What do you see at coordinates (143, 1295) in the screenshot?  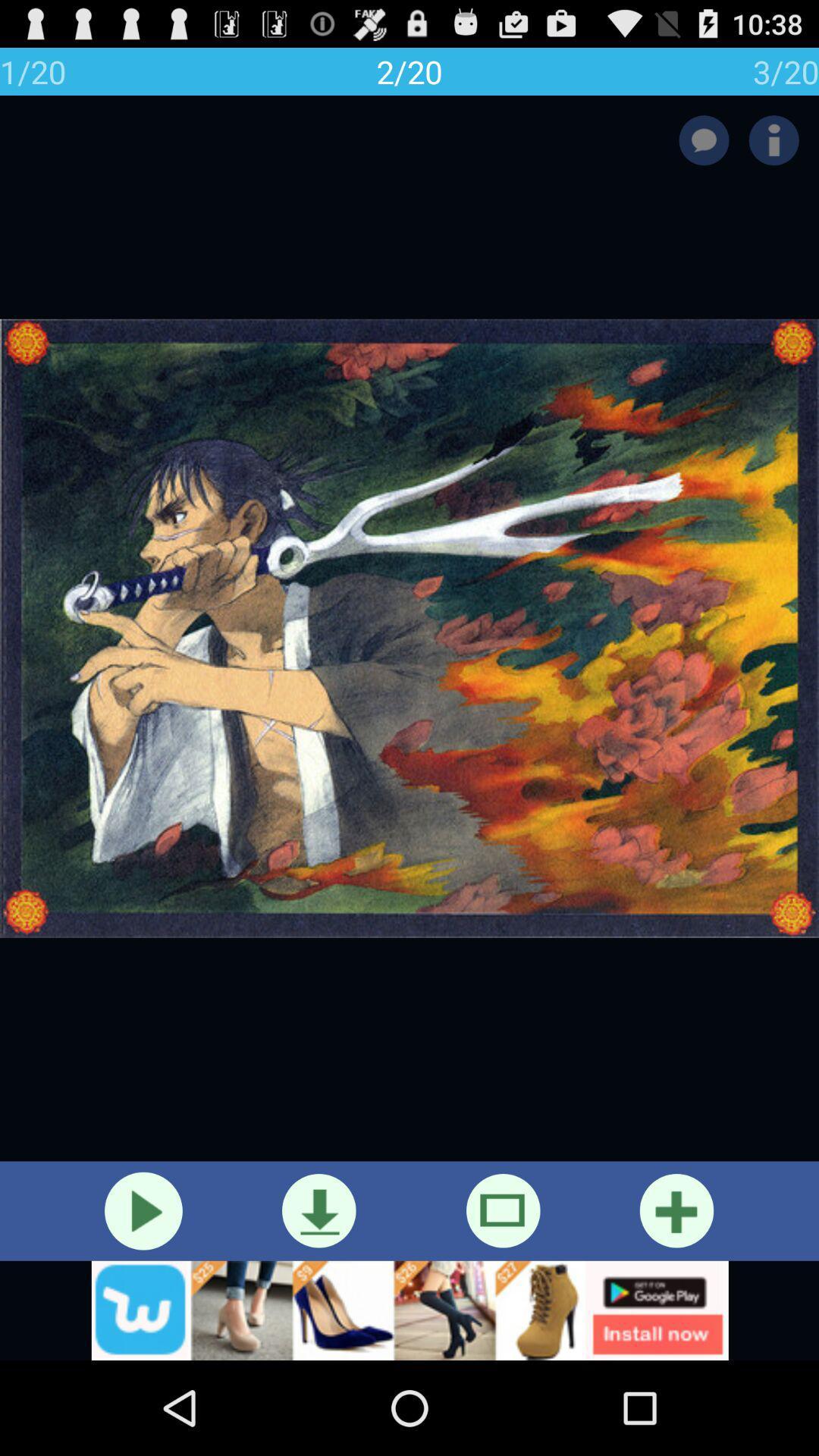 I see `the play icon` at bounding box center [143, 1295].